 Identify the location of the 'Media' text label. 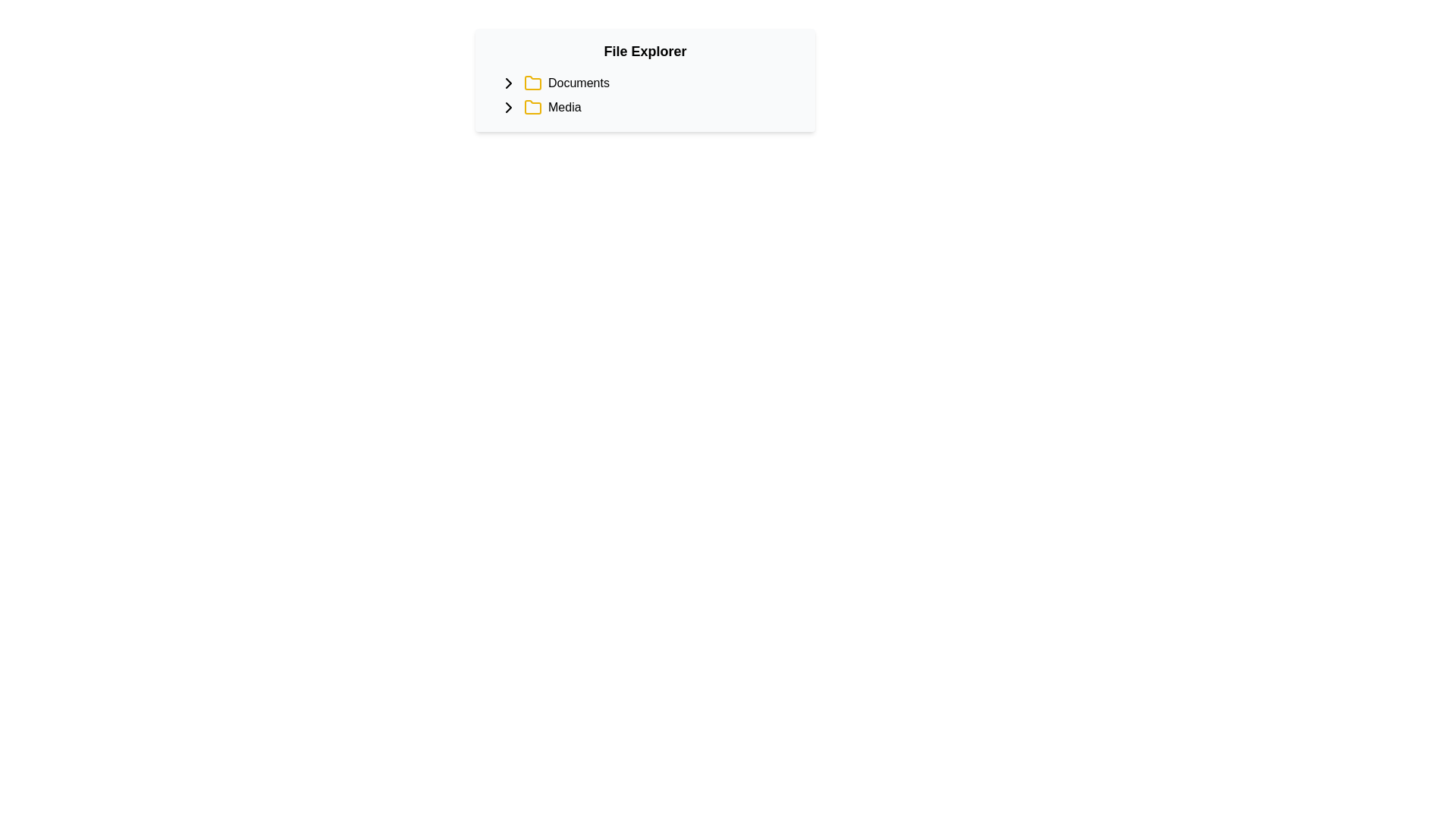
(563, 107).